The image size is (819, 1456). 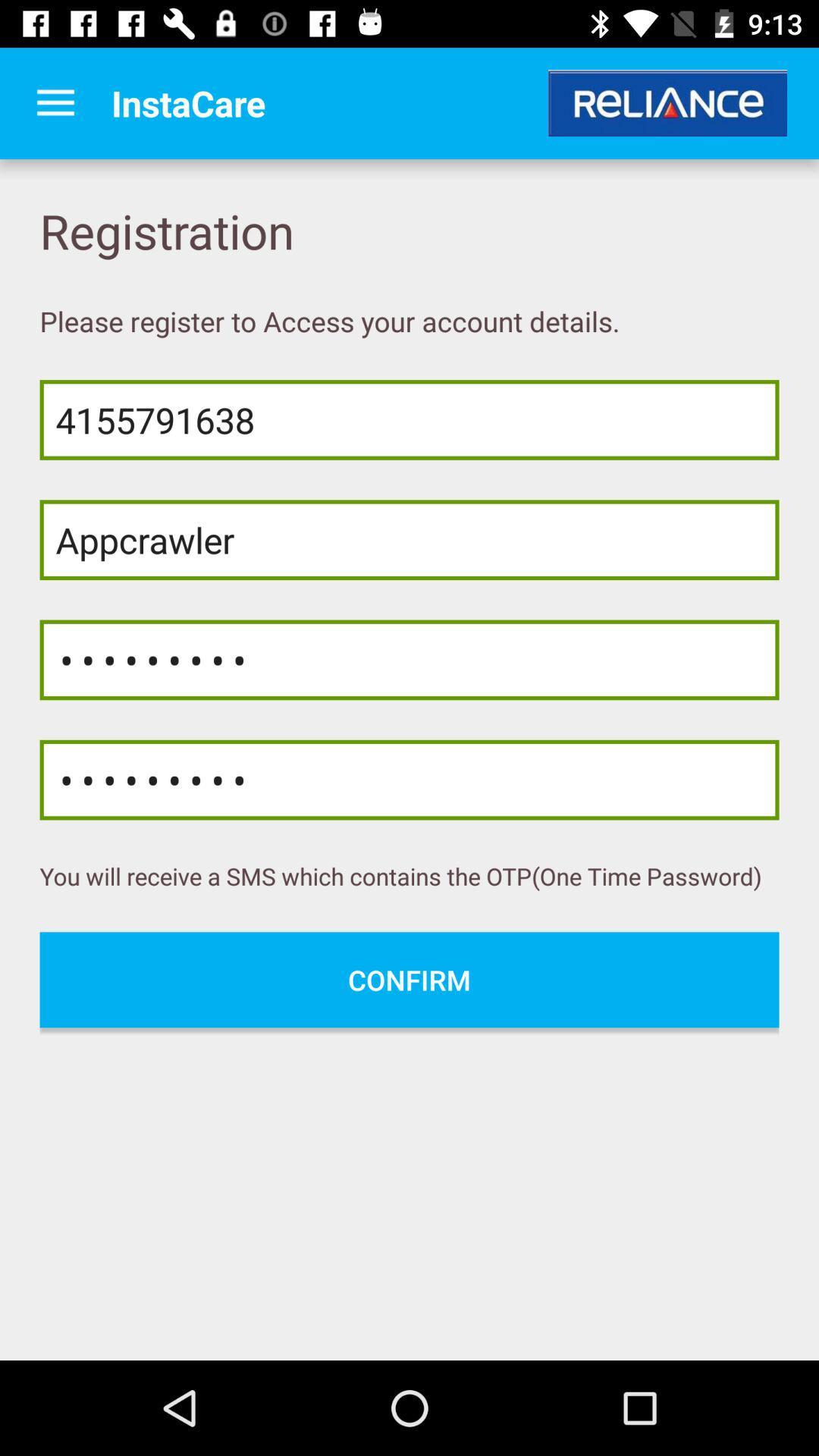 What do you see at coordinates (409, 540) in the screenshot?
I see `icon below 4155791638 icon` at bounding box center [409, 540].